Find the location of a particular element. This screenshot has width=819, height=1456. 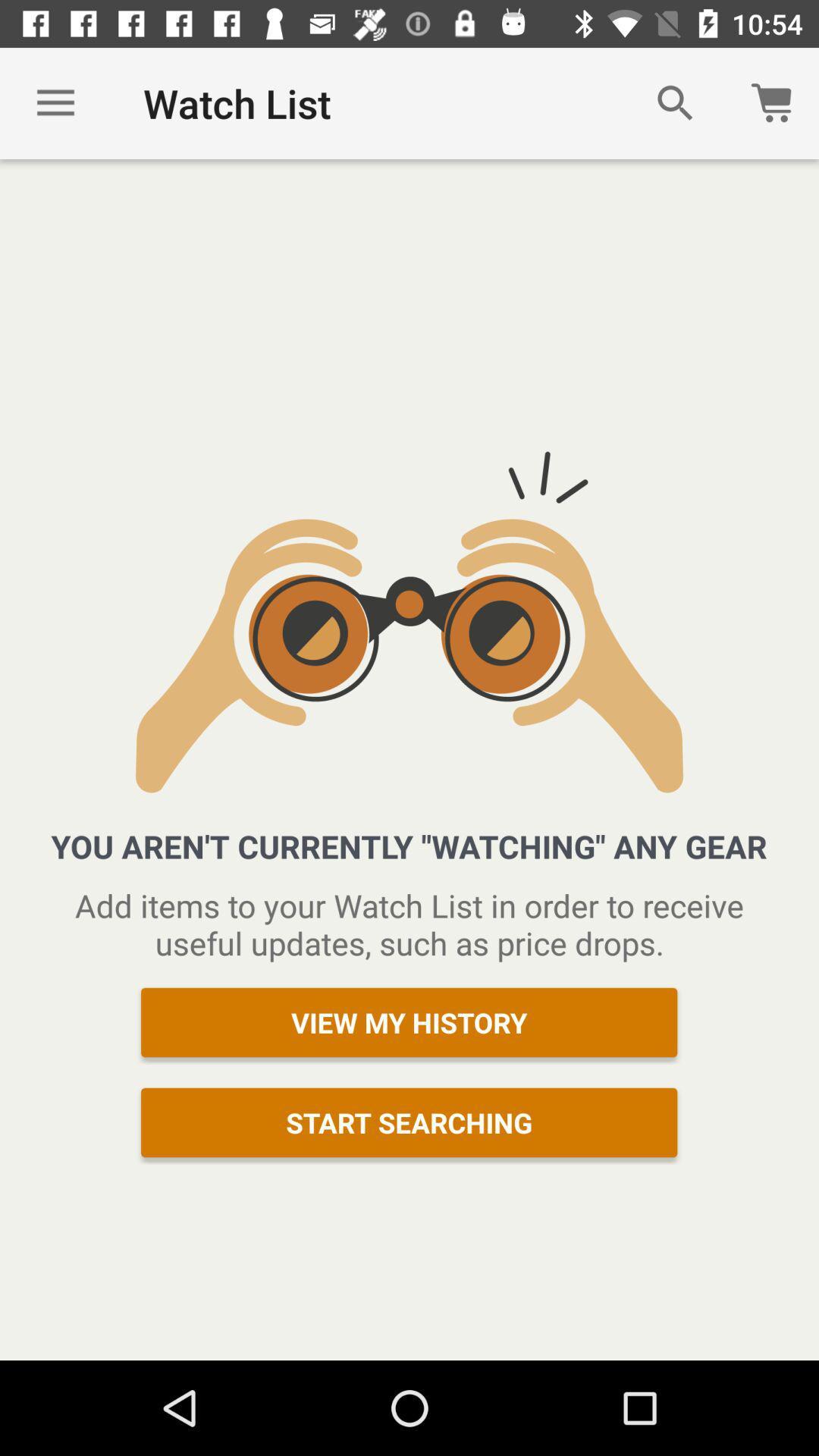

icon to the right of the watch list item is located at coordinates (675, 102).